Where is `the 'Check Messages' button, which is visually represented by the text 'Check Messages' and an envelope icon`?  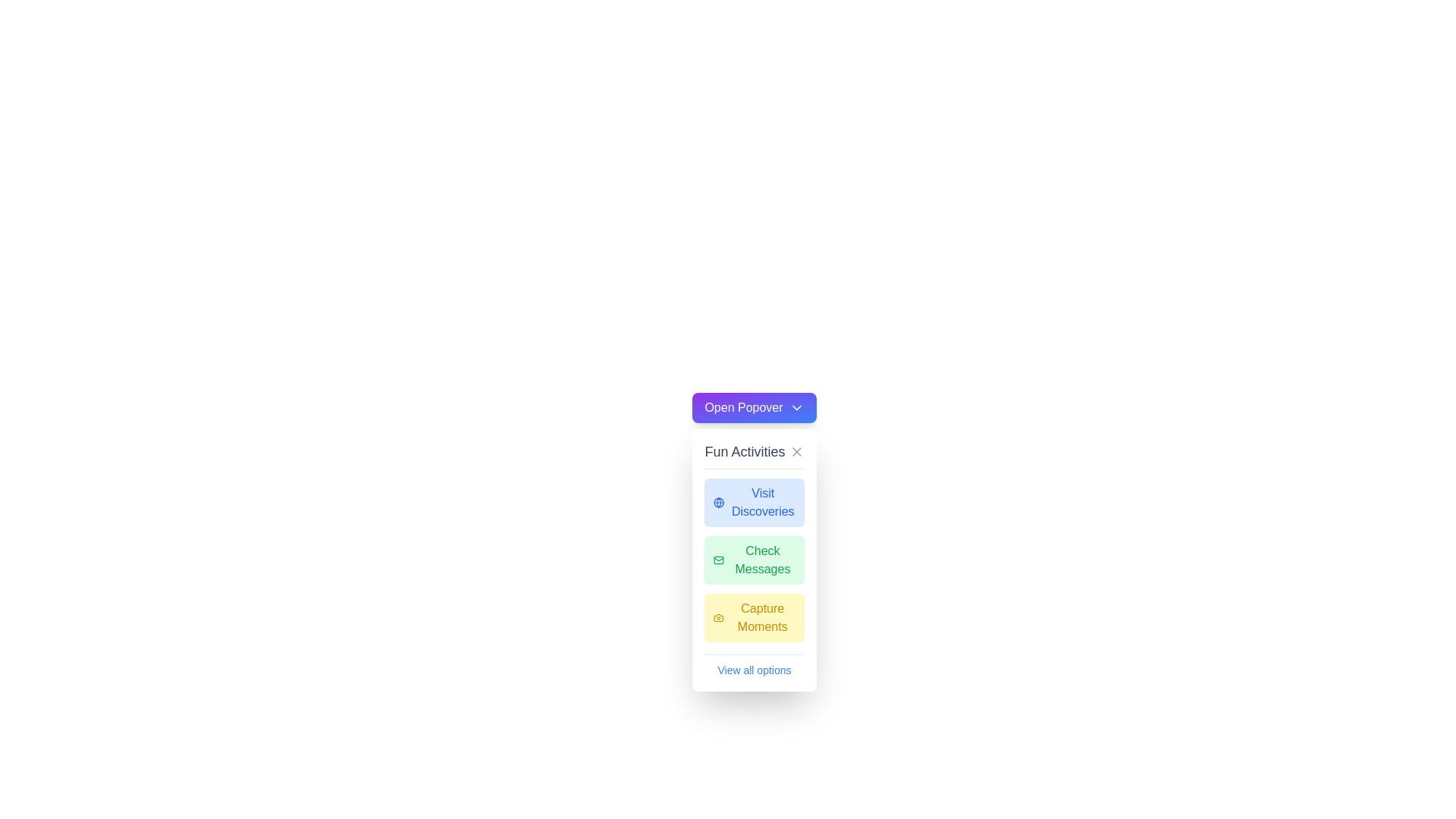
the 'Check Messages' button, which is visually represented by the text 'Check Messages' and an envelope icon is located at coordinates (754, 560).